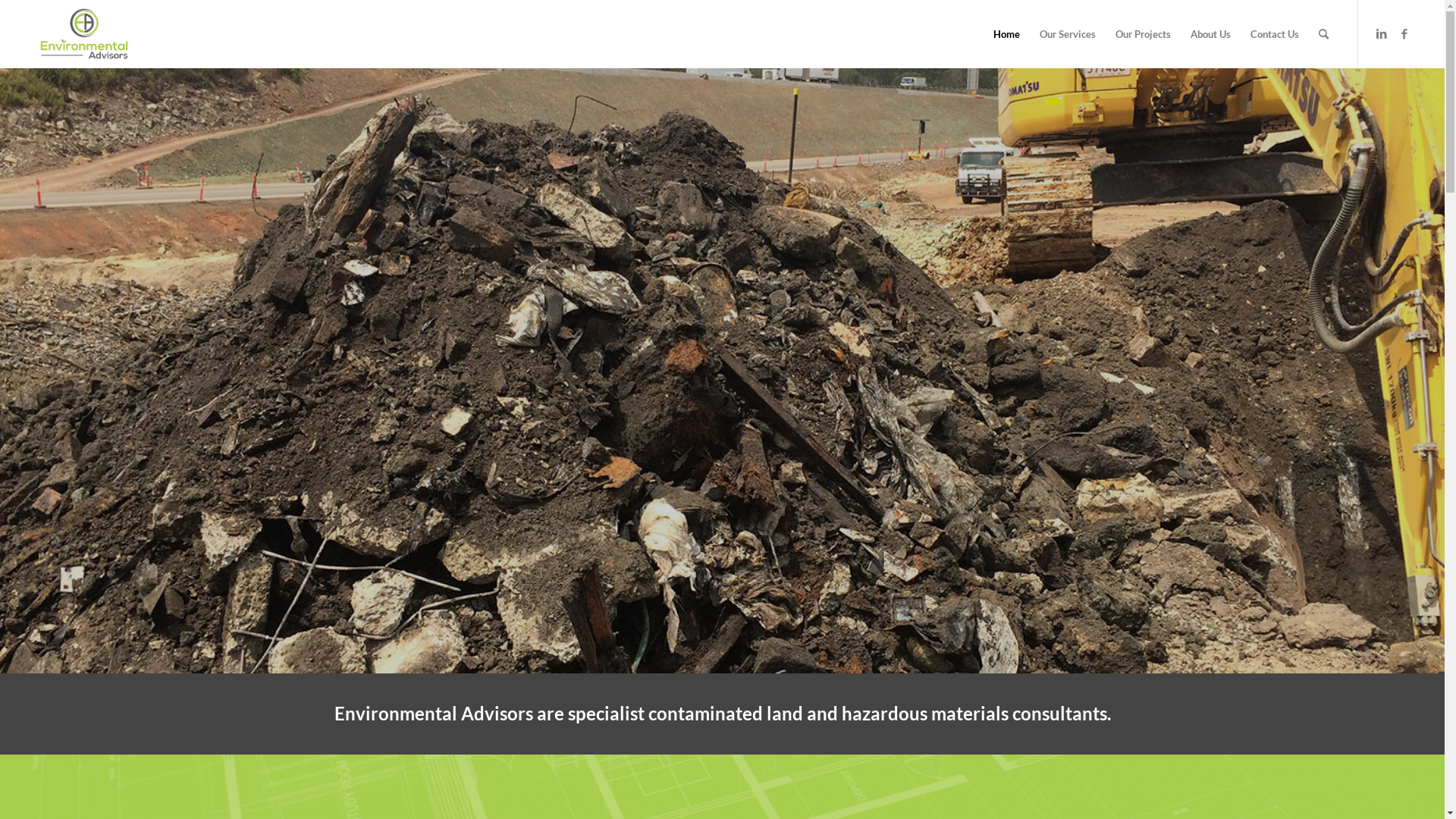  What do you see at coordinates (1066, 34) in the screenshot?
I see `'Our Services'` at bounding box center [1066, 34].